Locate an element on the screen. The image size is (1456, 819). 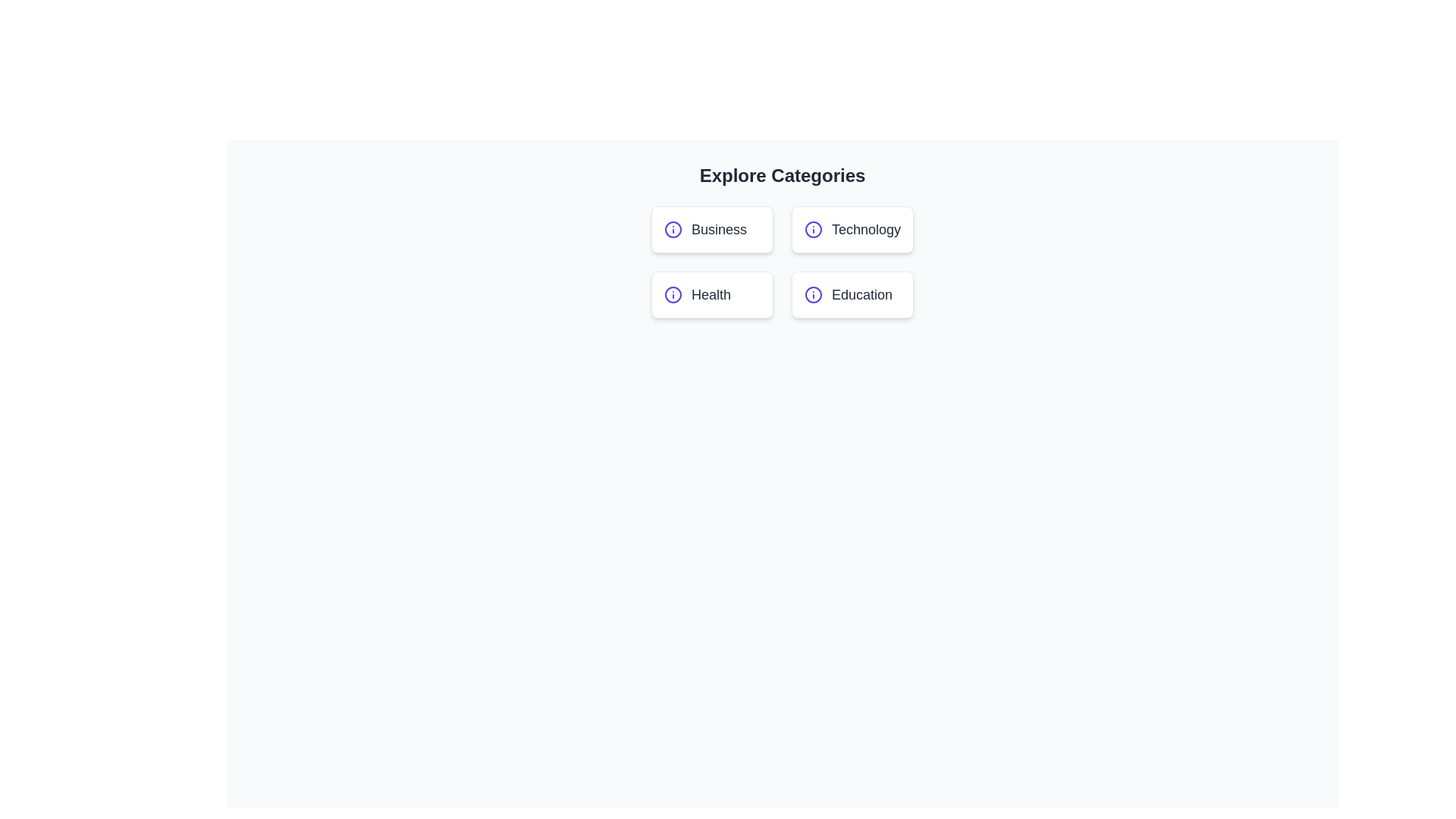
the 'Business' category selection card located in the top-left quadrant of the grid is located at coordinates (711, 230).